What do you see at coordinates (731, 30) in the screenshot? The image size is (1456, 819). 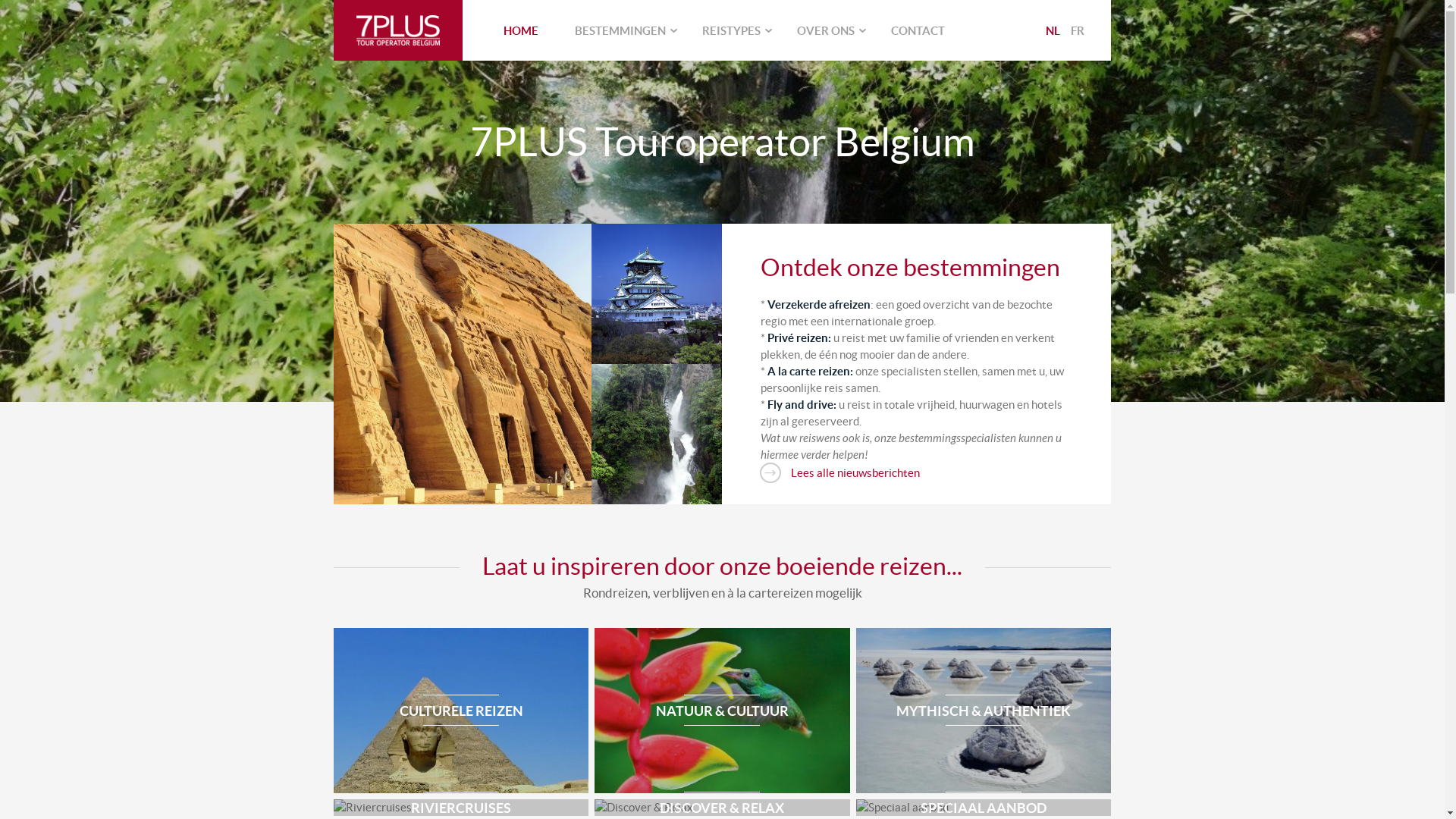 I see `'REISTYPES'` at bounding box center [731, 30].